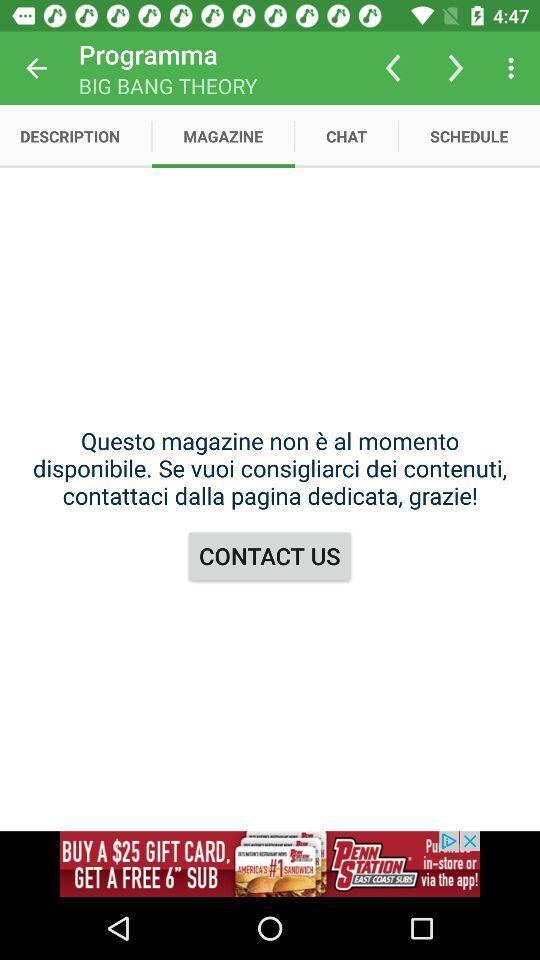 The width and height of the screenshot is (540, 960). What do you see at coordinates (270, 863) in the screenshot?
I see `advertisement adding button` at bounding box center [270, 863].